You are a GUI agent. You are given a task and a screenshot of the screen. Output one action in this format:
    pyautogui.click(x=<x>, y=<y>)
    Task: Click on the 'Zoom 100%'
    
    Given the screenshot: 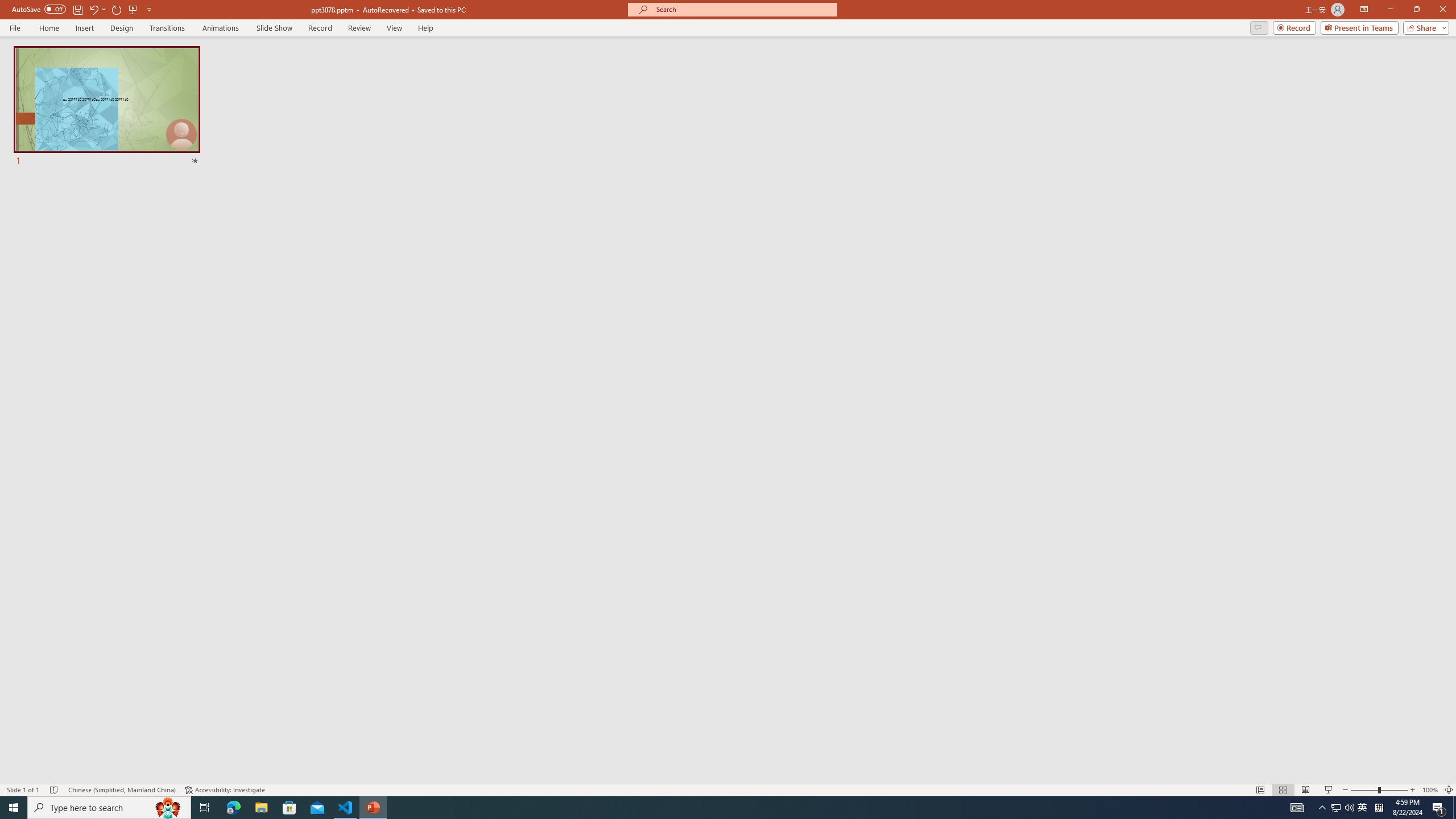 What is the action you would take?
    pyautogui.click(x=1430, y=790)
    